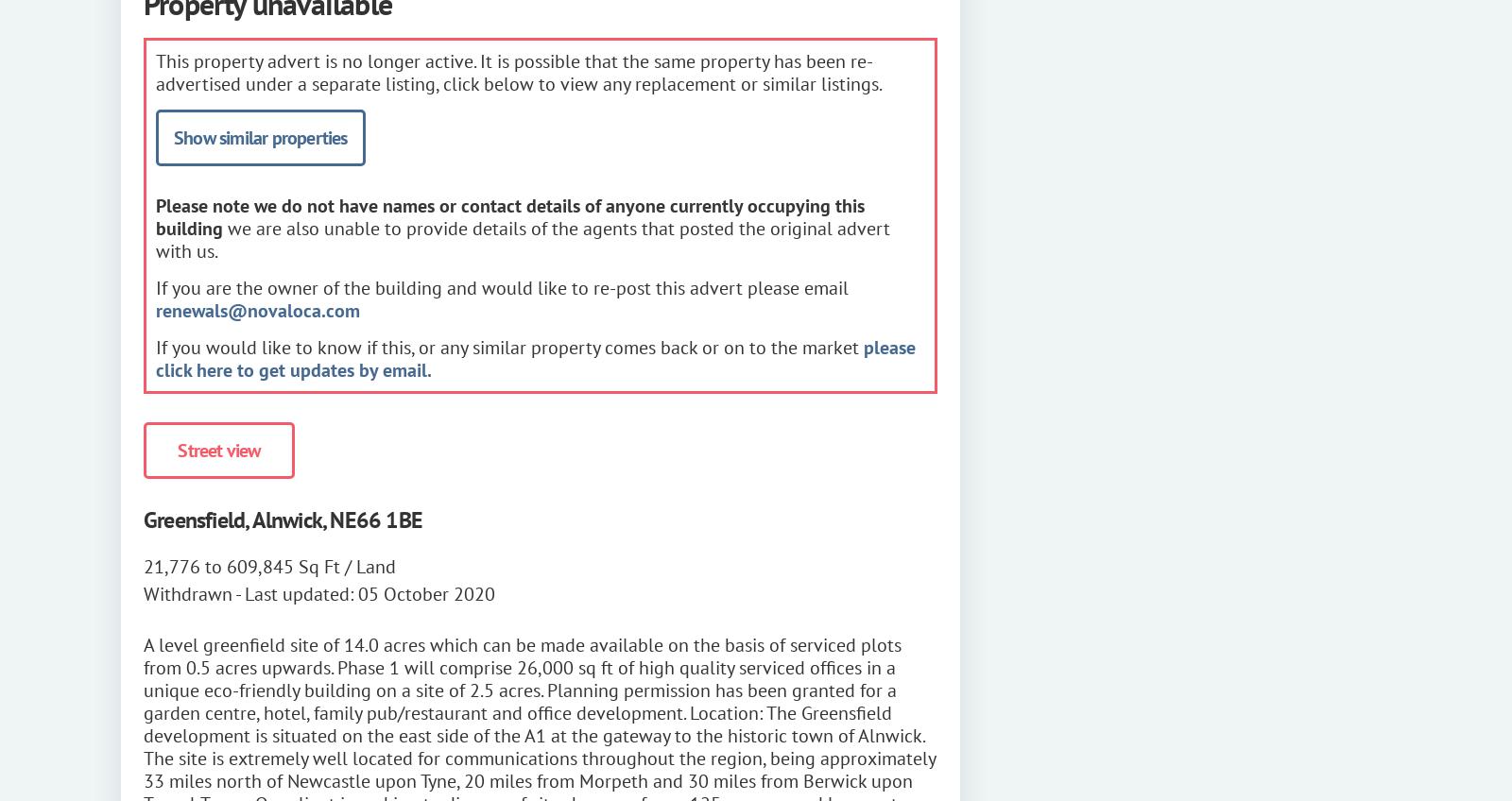 Image resolution: width=1512 pixels, height=801 pixels. Describe the element at coordinates (295, 593) in the screenshot. I see `'- Last updated:'` at that location.